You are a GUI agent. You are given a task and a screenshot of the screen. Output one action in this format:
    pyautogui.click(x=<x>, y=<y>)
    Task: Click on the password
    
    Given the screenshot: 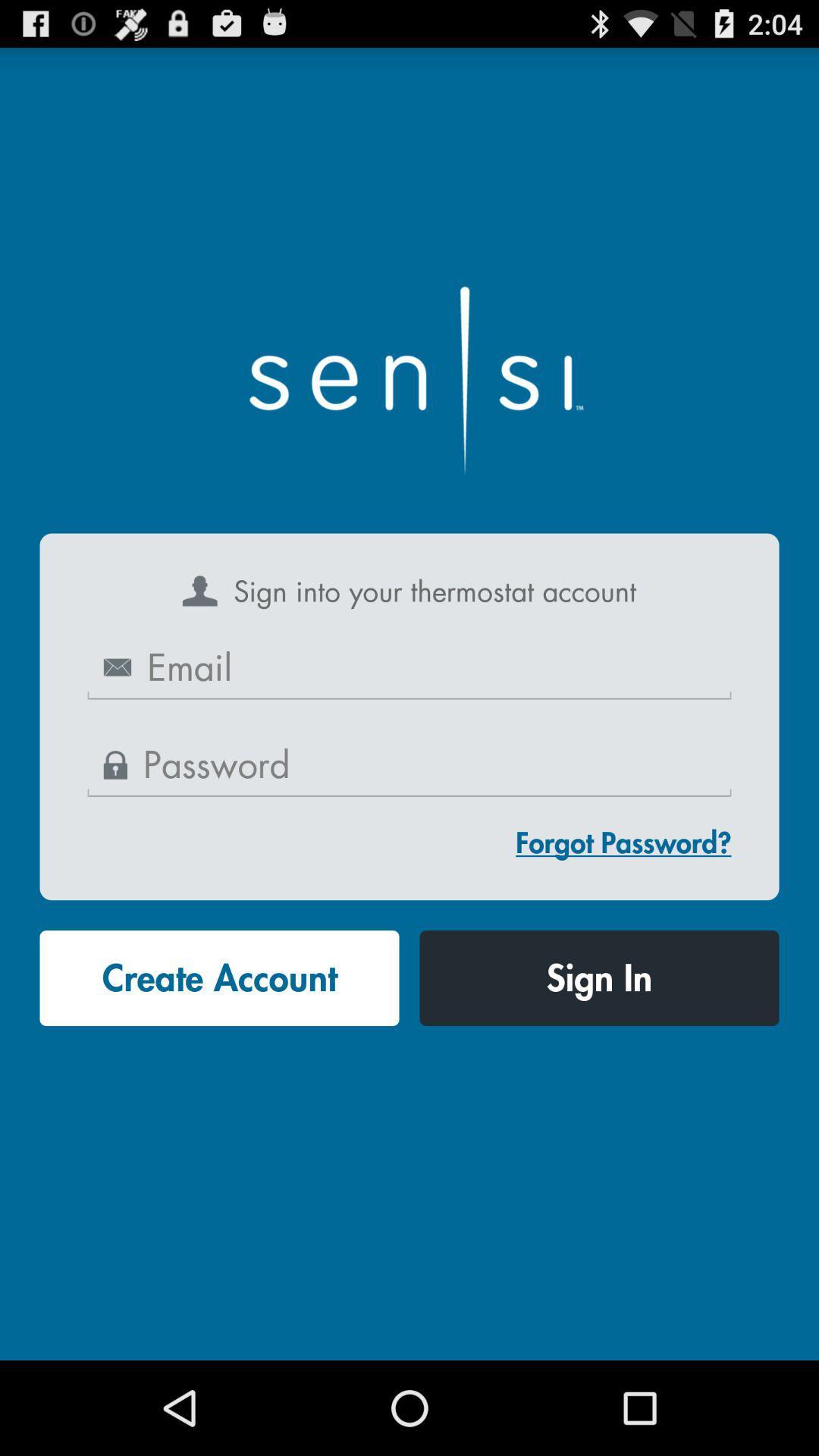 What is the action you would take?
    pyautogui.click(x=409, y=766)
    